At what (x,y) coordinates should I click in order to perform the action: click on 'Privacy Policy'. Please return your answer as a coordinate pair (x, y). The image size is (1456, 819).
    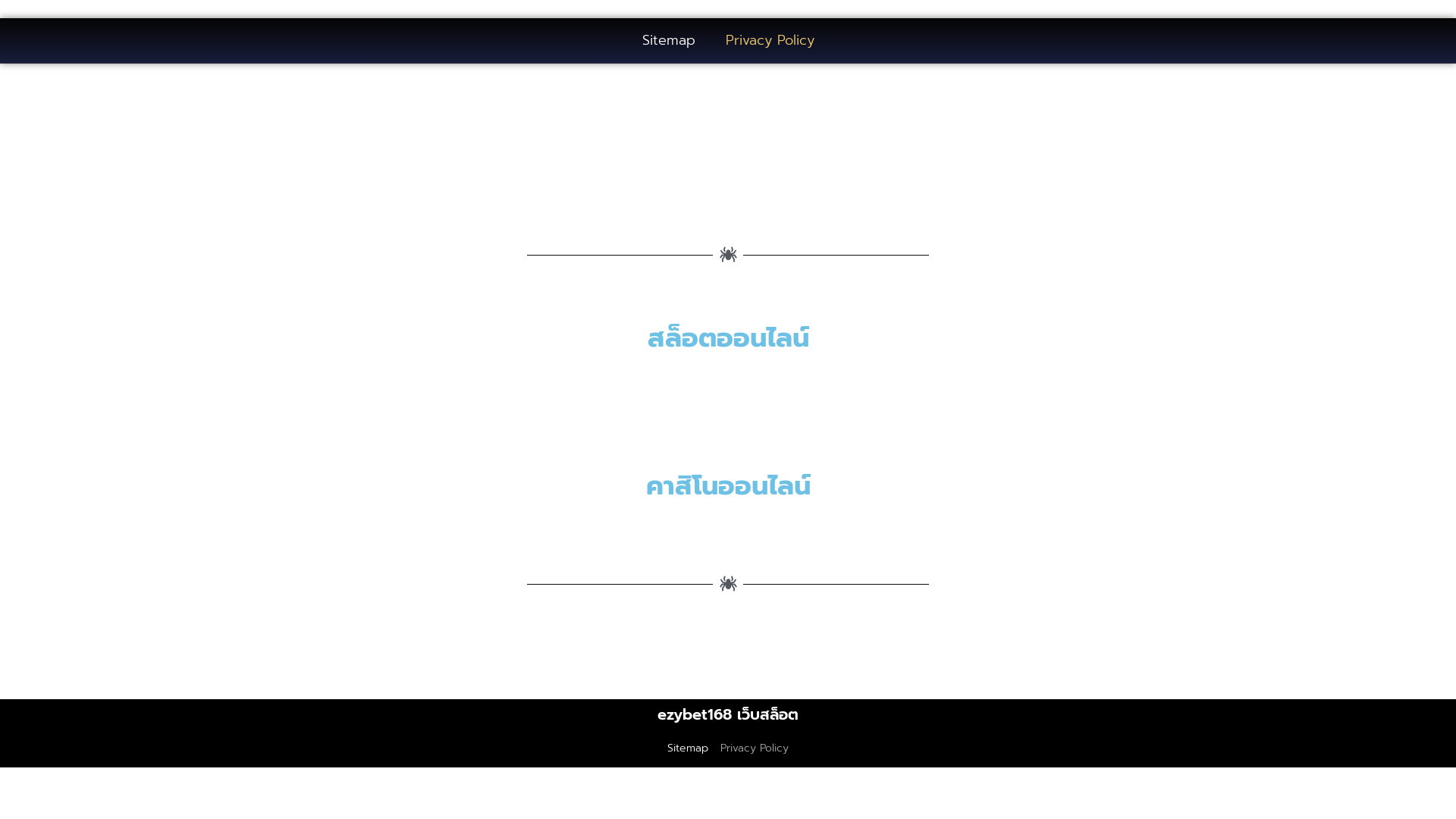
    Looking at the image, I should click on (713, 748).